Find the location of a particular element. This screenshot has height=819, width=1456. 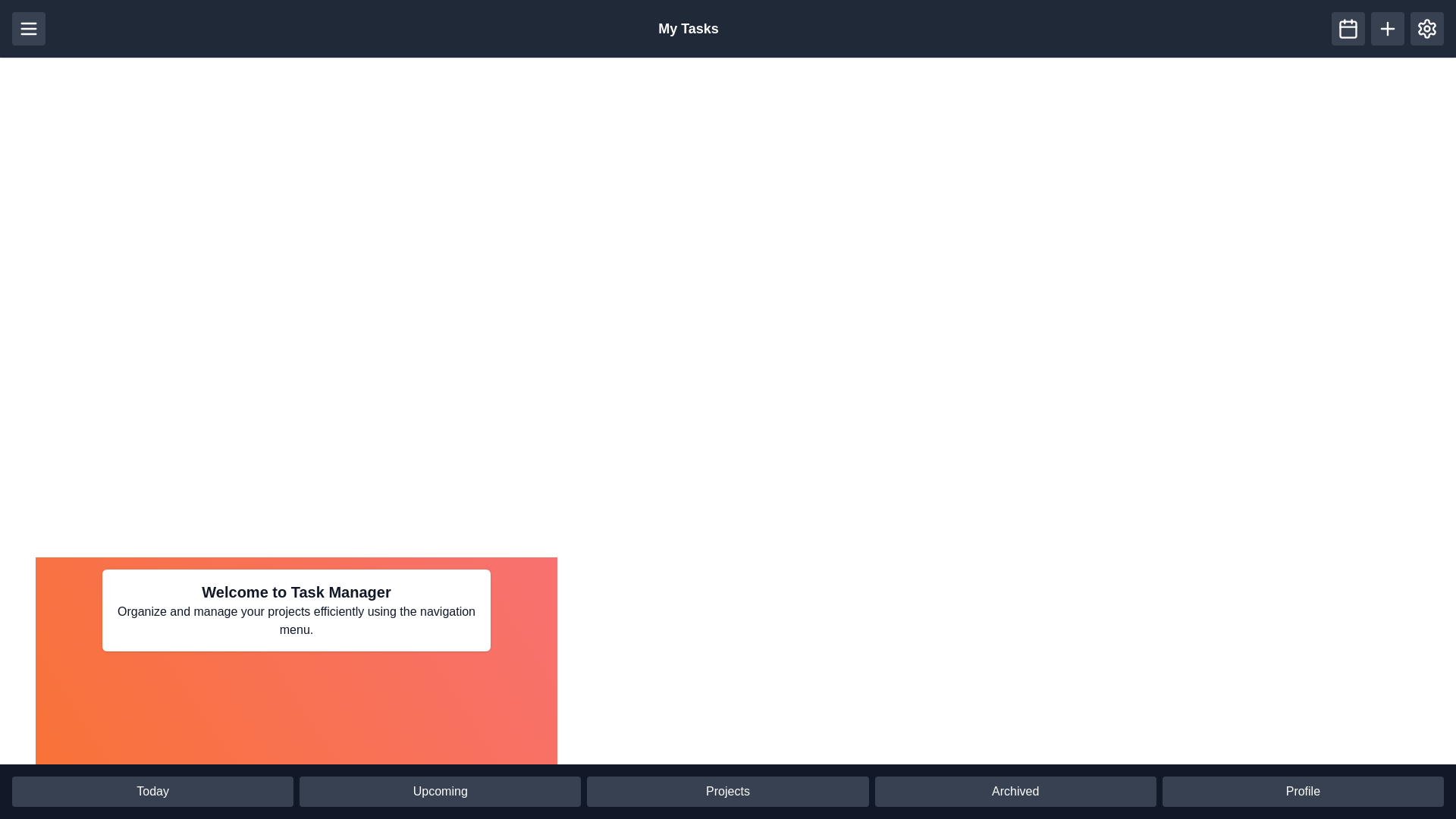

the menu button in the header to toggle the visibility of the menu is located at coordinates (29, 29).